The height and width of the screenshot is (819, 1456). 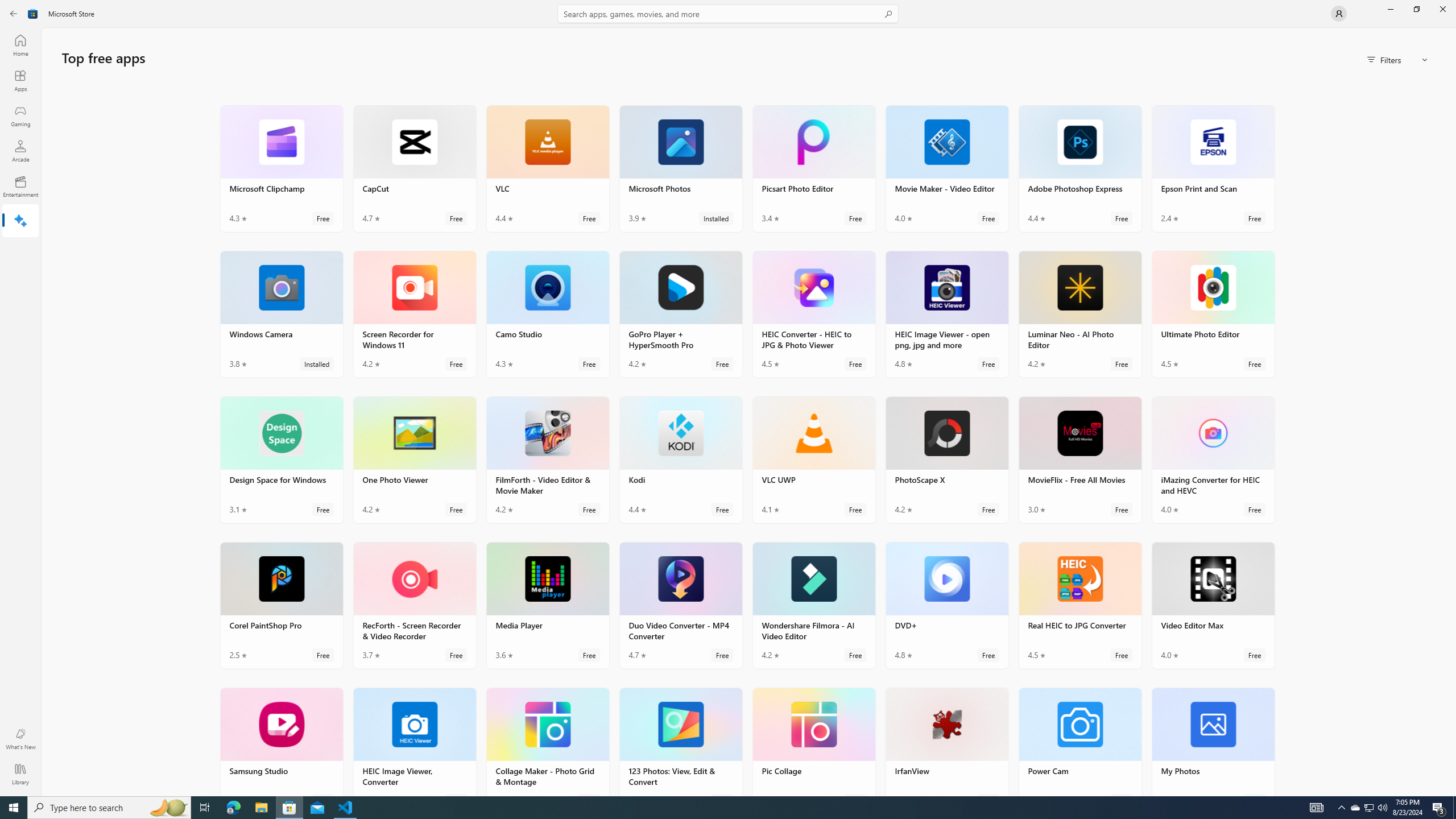 I want to click on 'CapCut. Average rating of 4.7 out of five stars. Free  ', so click(x=413, y=167).